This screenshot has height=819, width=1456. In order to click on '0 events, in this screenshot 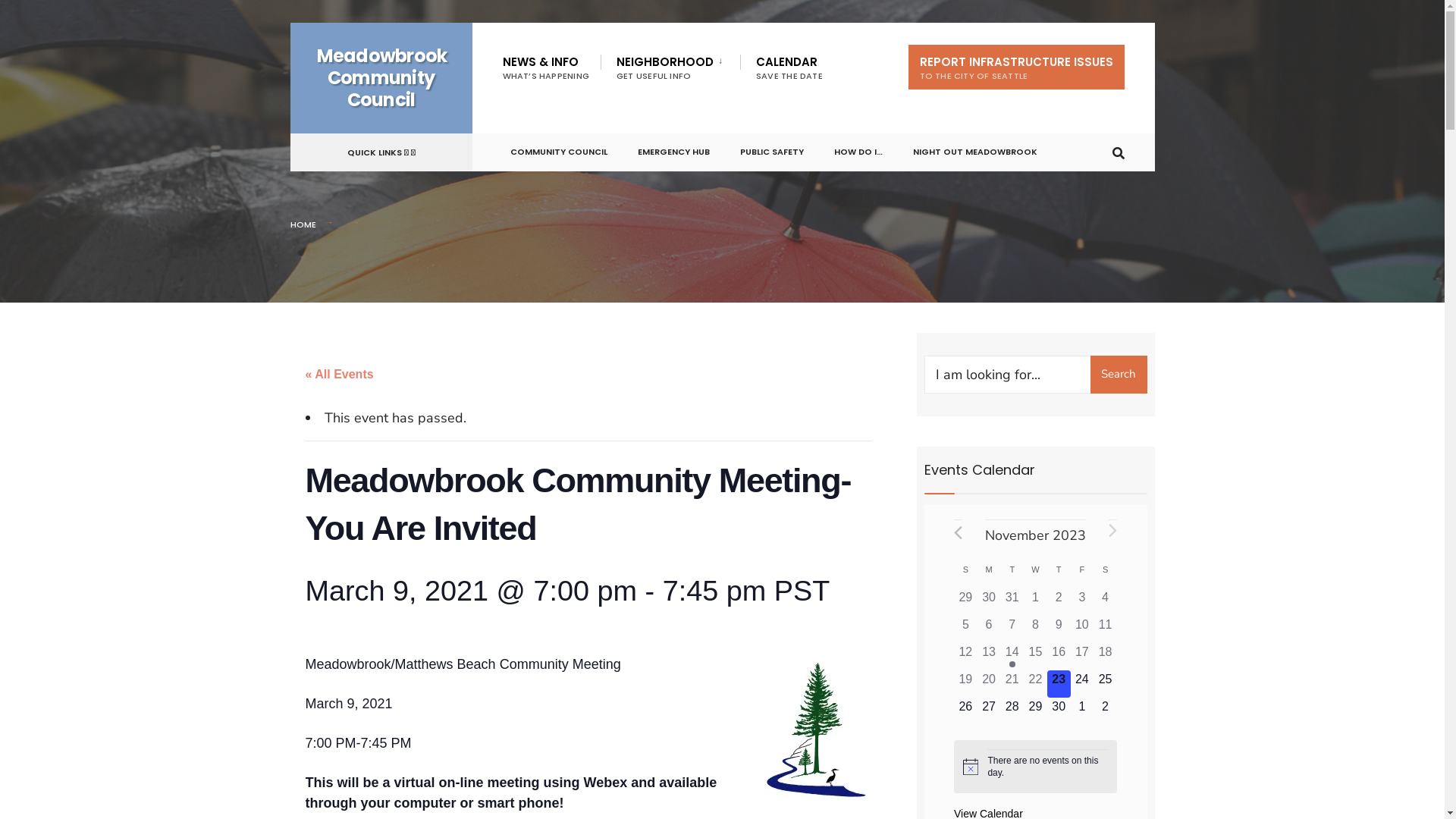, I will do `click(1081, 629)`.